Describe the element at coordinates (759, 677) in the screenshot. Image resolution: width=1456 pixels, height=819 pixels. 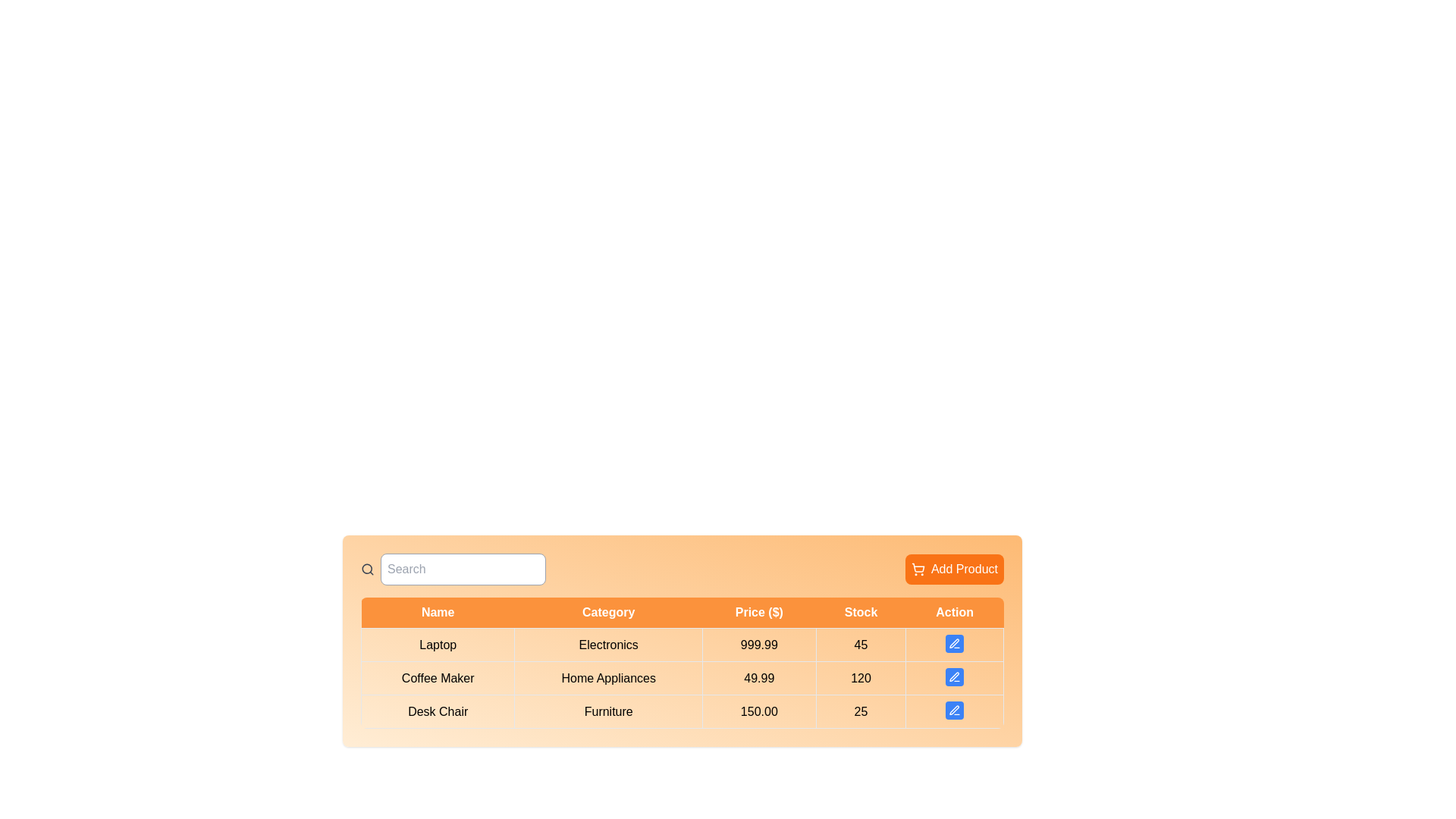
I see `price displayed in the Text Display element for the 'Coffee Maker' product, located in the second row of the table under the 'Price ($)' column` at that location.